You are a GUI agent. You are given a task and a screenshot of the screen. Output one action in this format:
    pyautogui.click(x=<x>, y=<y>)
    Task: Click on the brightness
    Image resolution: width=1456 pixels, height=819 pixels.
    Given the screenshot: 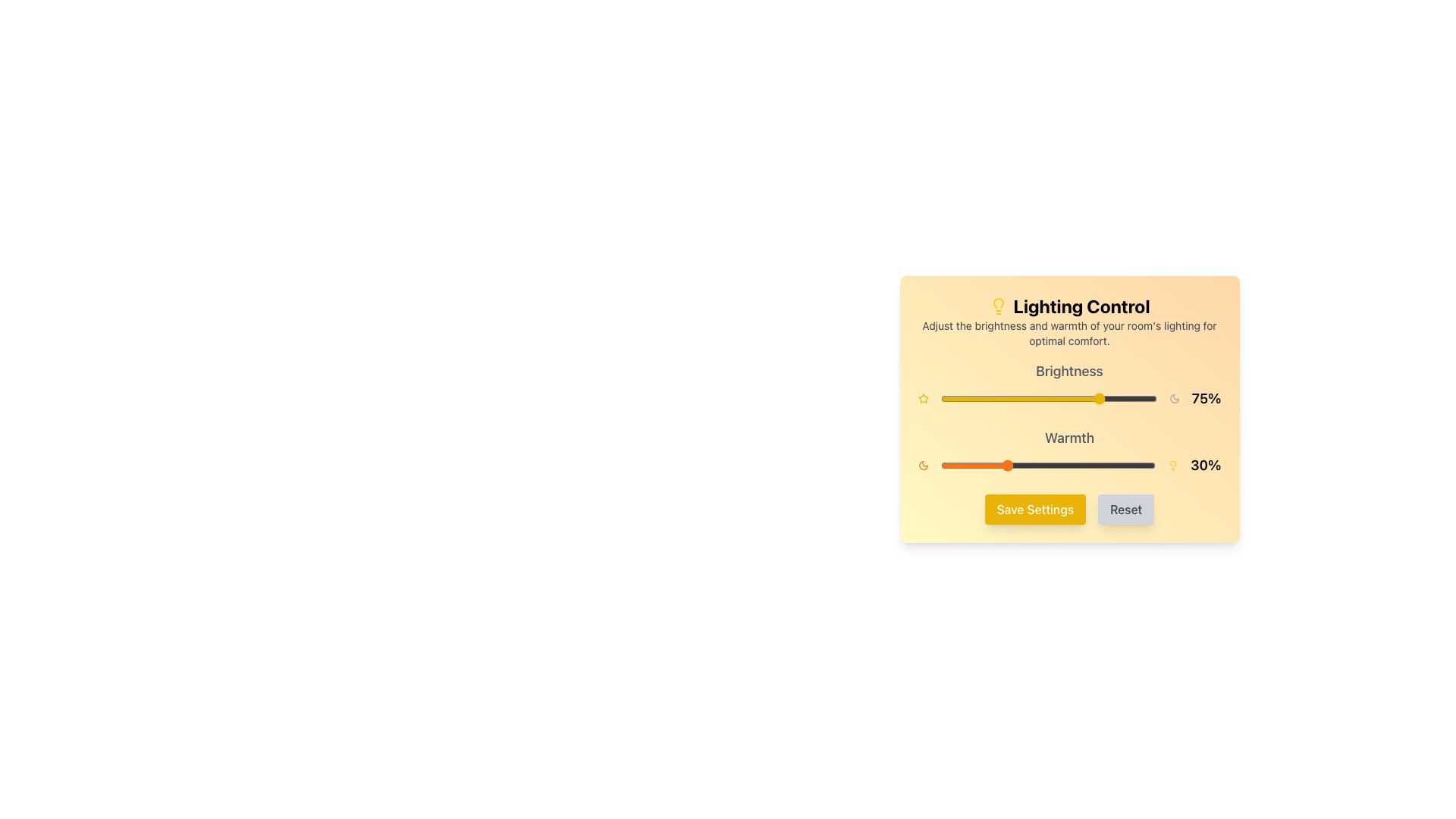 What is the action you would take?
    pyautogui.click(x=1009, y=397)
    